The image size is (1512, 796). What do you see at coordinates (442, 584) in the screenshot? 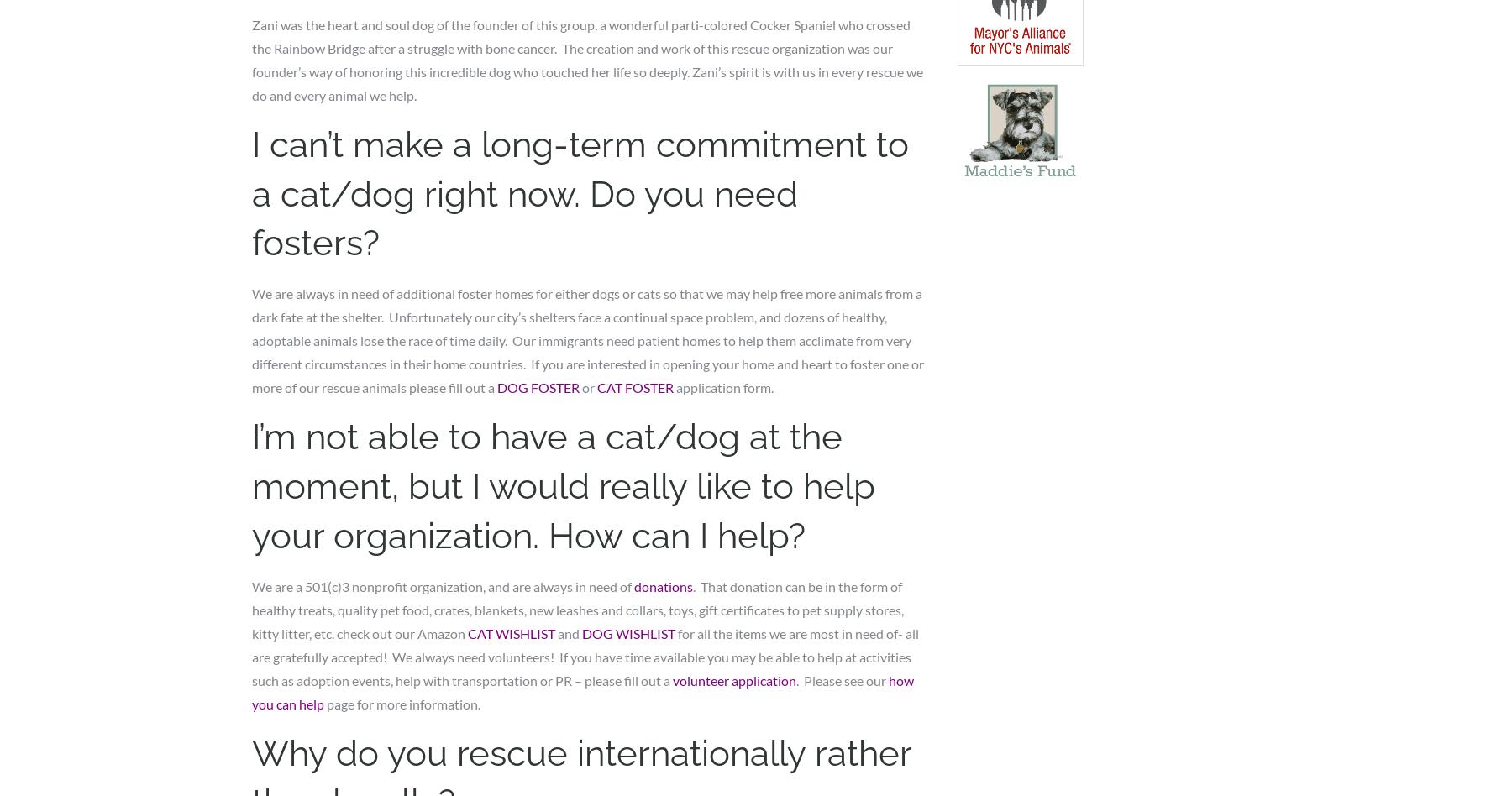
I see `'We are a 501(c)3 nonprofit organization, and are always in need of'` at bounding box center [442, 584].